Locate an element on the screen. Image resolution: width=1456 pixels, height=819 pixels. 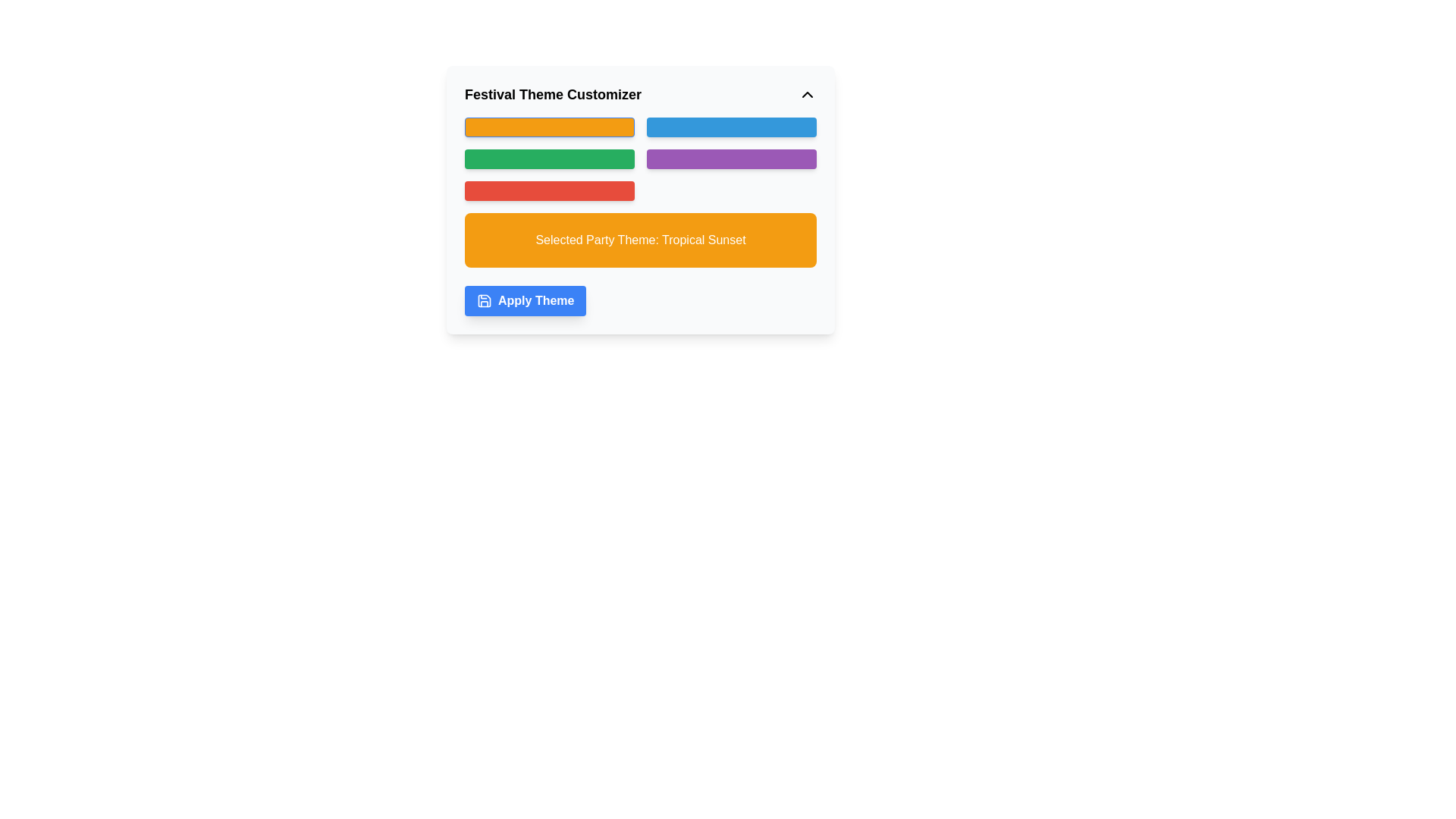
the interactive button that changes the theme to 'Crimson Tide', located at the bottom left corner of the grid, directly below 'Forest Whisper' is located at coordinates (548, 190).